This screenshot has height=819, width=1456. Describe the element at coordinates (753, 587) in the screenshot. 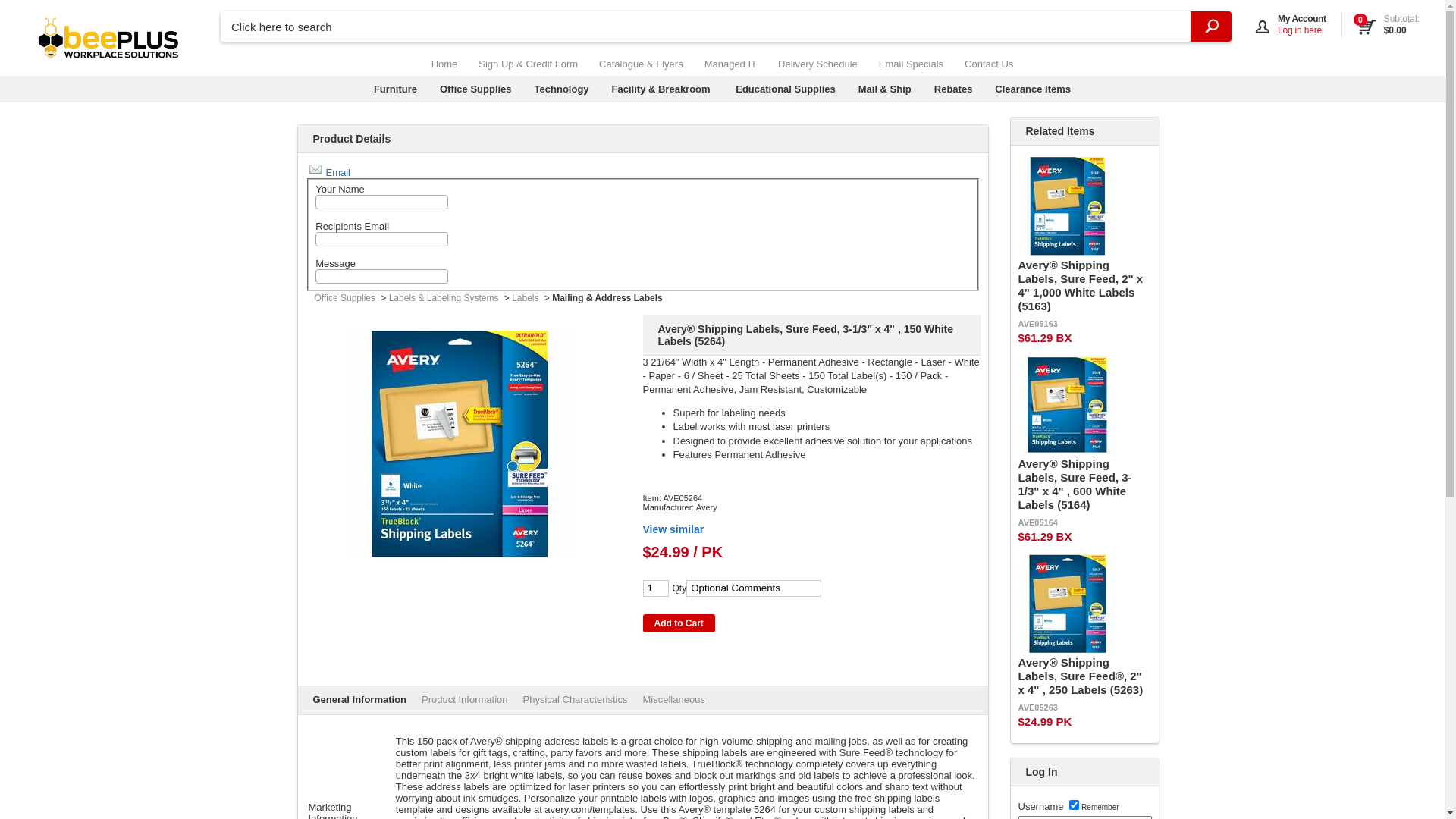

I see `'Optional Comments'` at that location.